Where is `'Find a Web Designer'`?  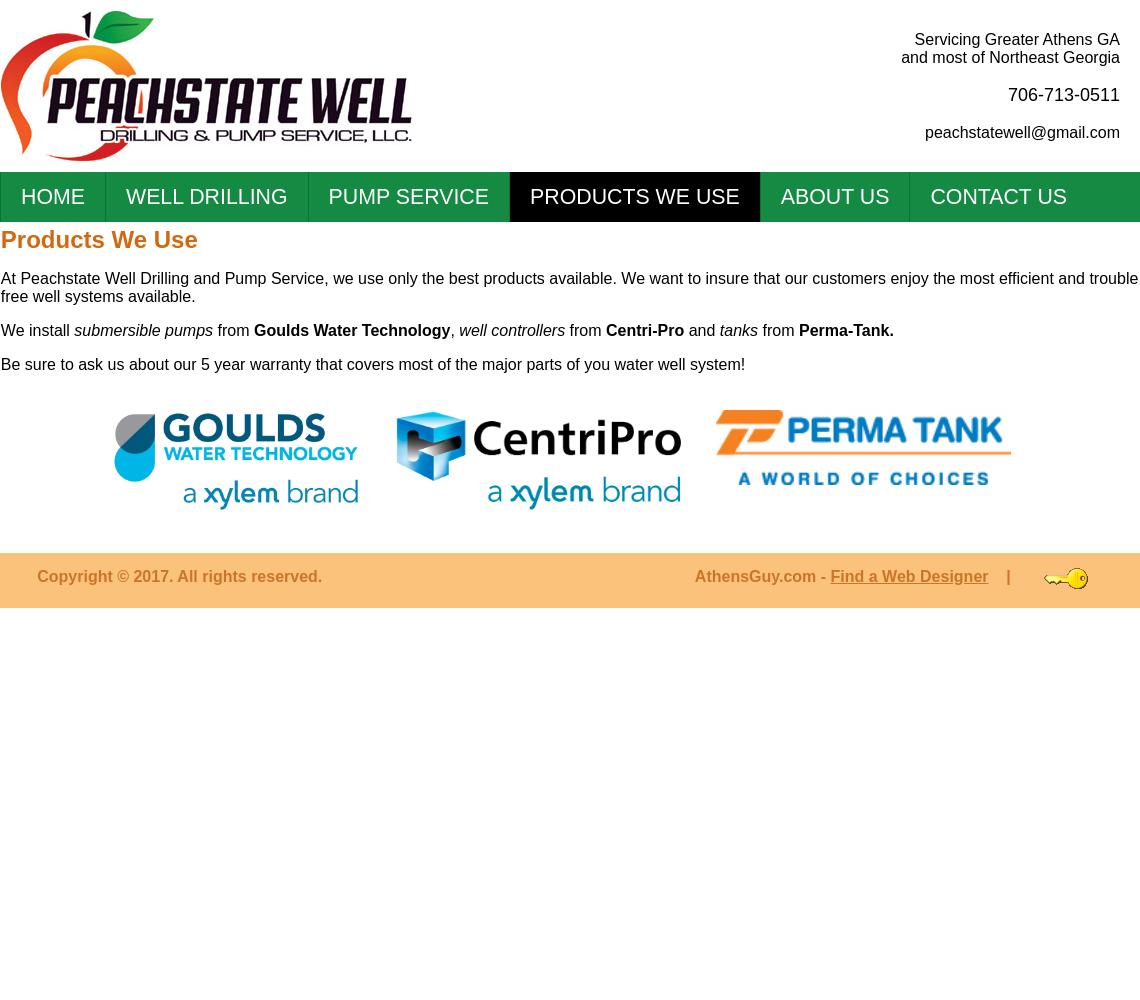
'Find a Web Designer' is located at coordinates (909, 575).